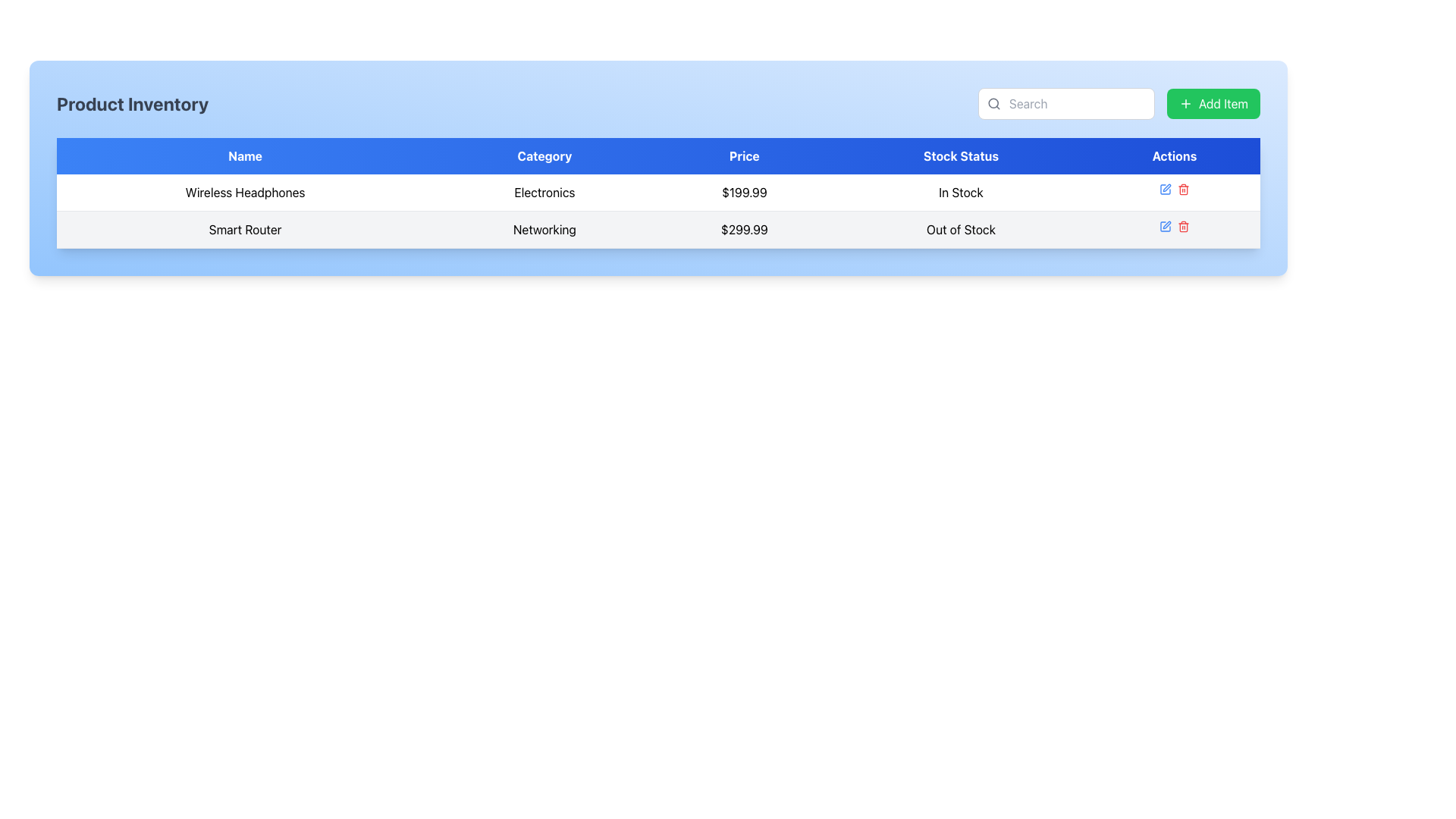 The width and height of the screenshot is (1456, 819). I want to click on the text value of the table cell indicating the category 'Electronics' located in the second column of the first row of the product information data grid, so click(544, 192).